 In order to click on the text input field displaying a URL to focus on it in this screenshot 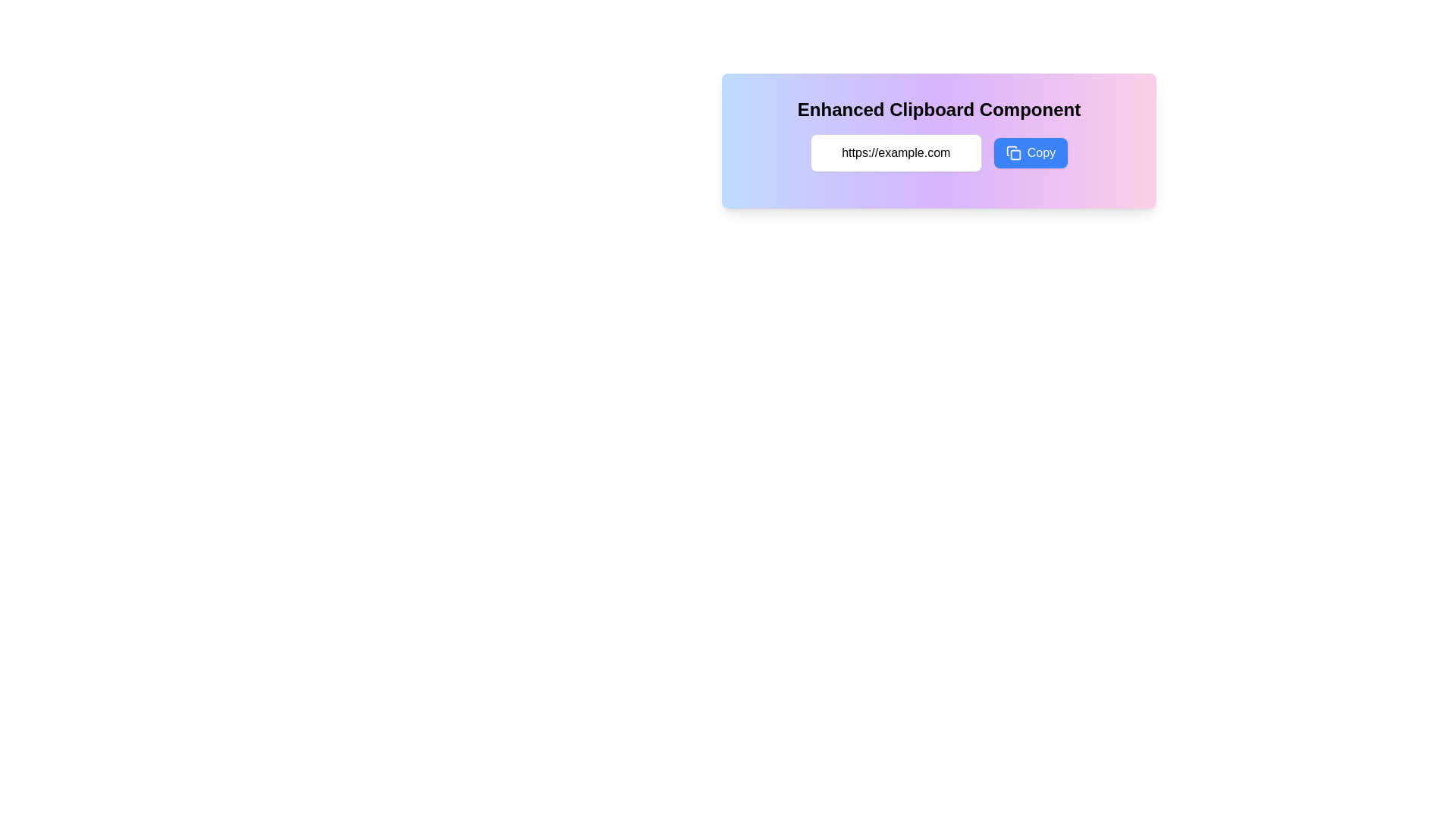, I will do `click(896, 152)`.